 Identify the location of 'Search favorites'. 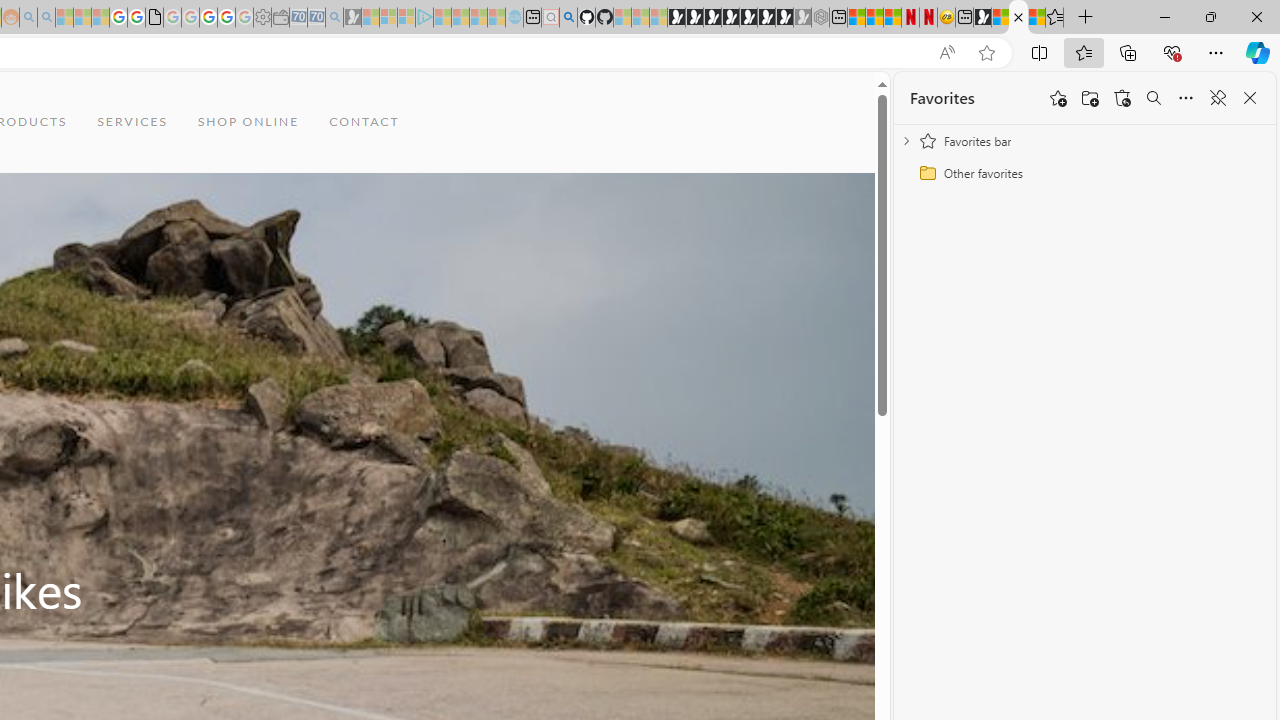
(1153, 98).